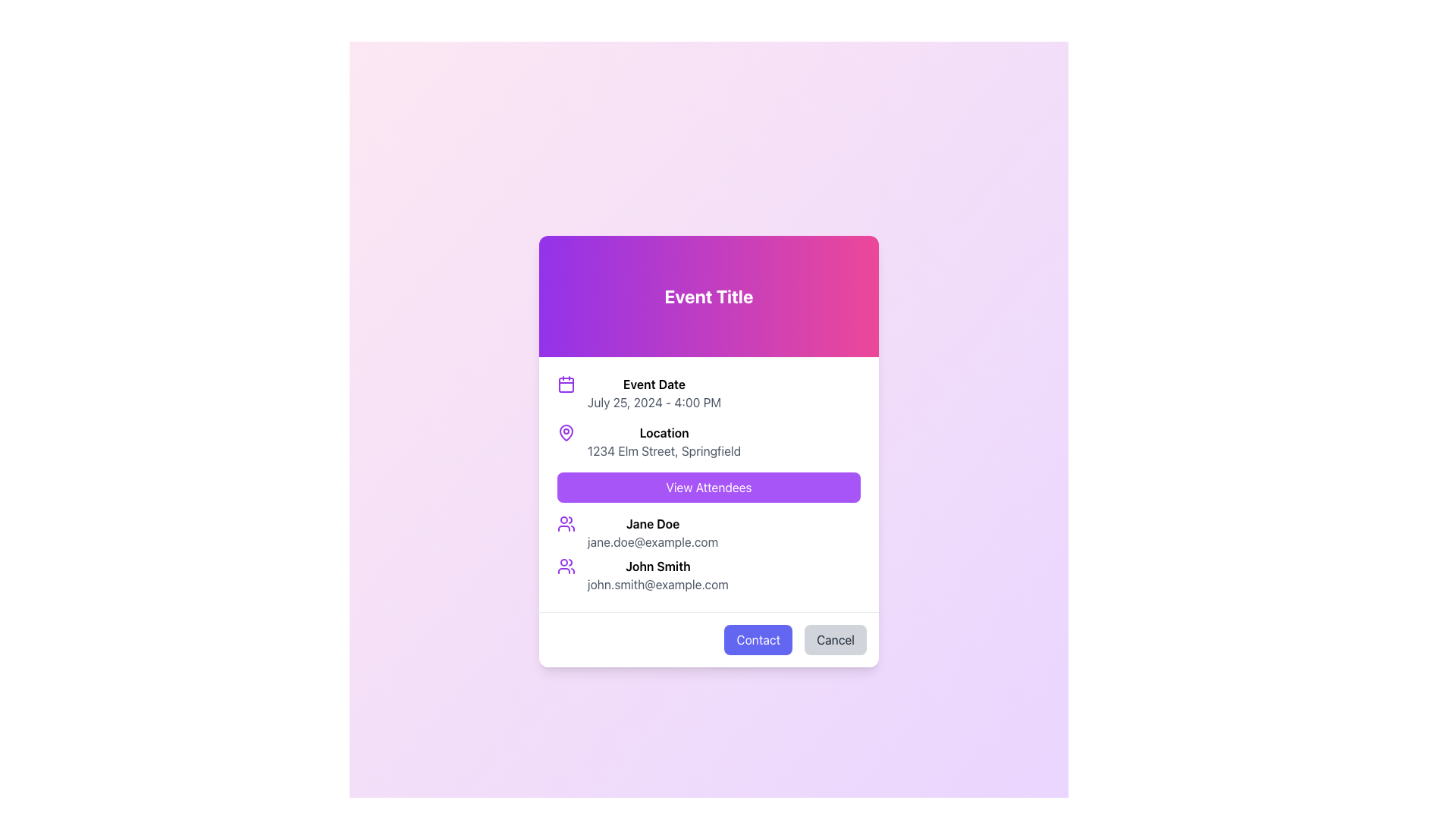 The height and width of the screenshot is (819, 1456). Describe the element at coordinates (708, 532) in the screenshot. I see `the email address text of the first user profile entry displayed in the modal window, located just below the 'View Attendees' button` at that location.